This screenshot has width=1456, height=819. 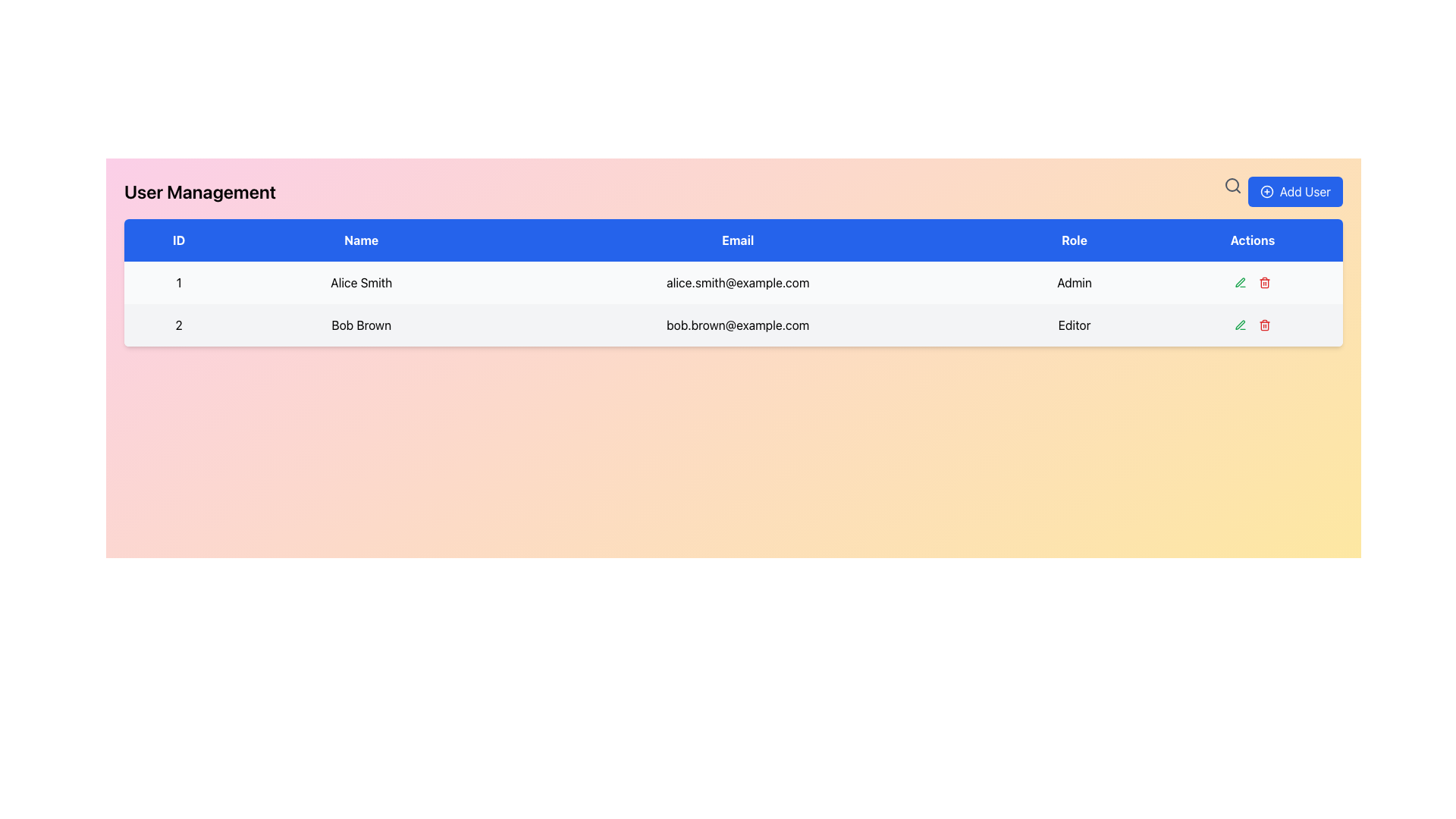 What do you see at coordinates (360, 283) in the screenshot?
I see `the static text element that displays the user's name in the user management table, located in the second column of the first row, adjacent to '1' and 'alice.smith@example.com'` at bounding box center [360, 283].